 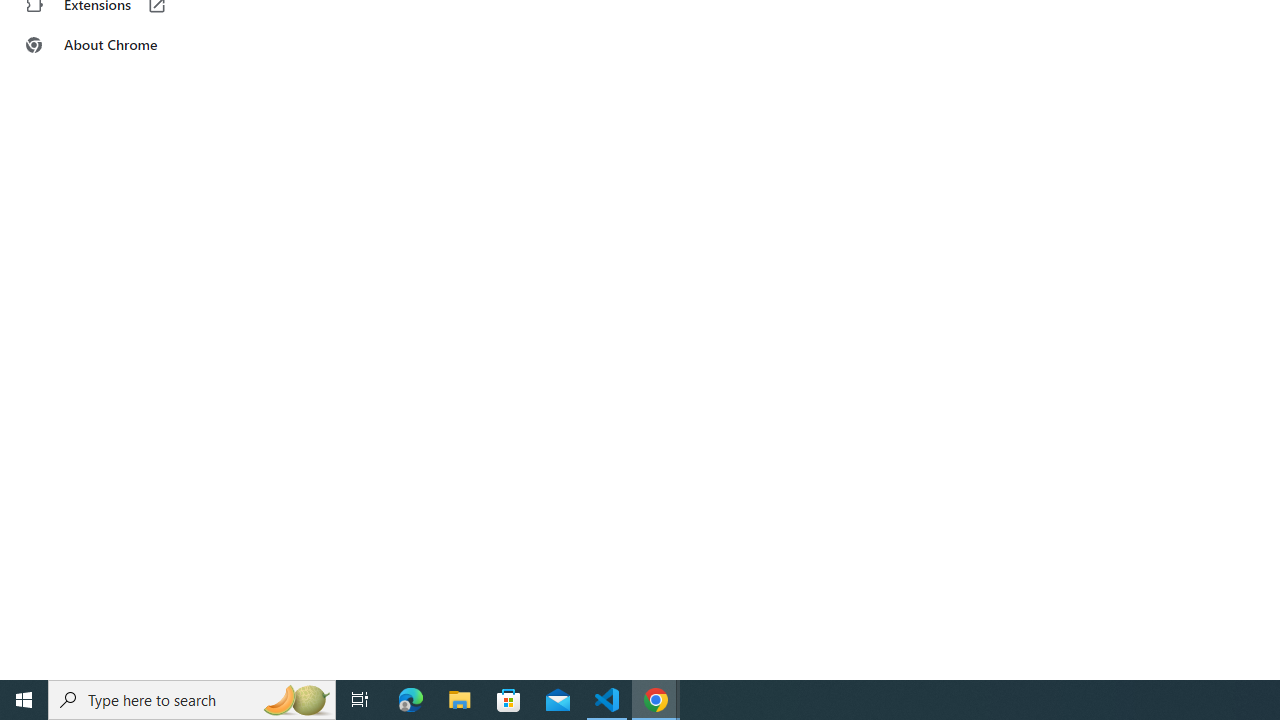 I want to click on 'Task View', so click(x=359, y=698).